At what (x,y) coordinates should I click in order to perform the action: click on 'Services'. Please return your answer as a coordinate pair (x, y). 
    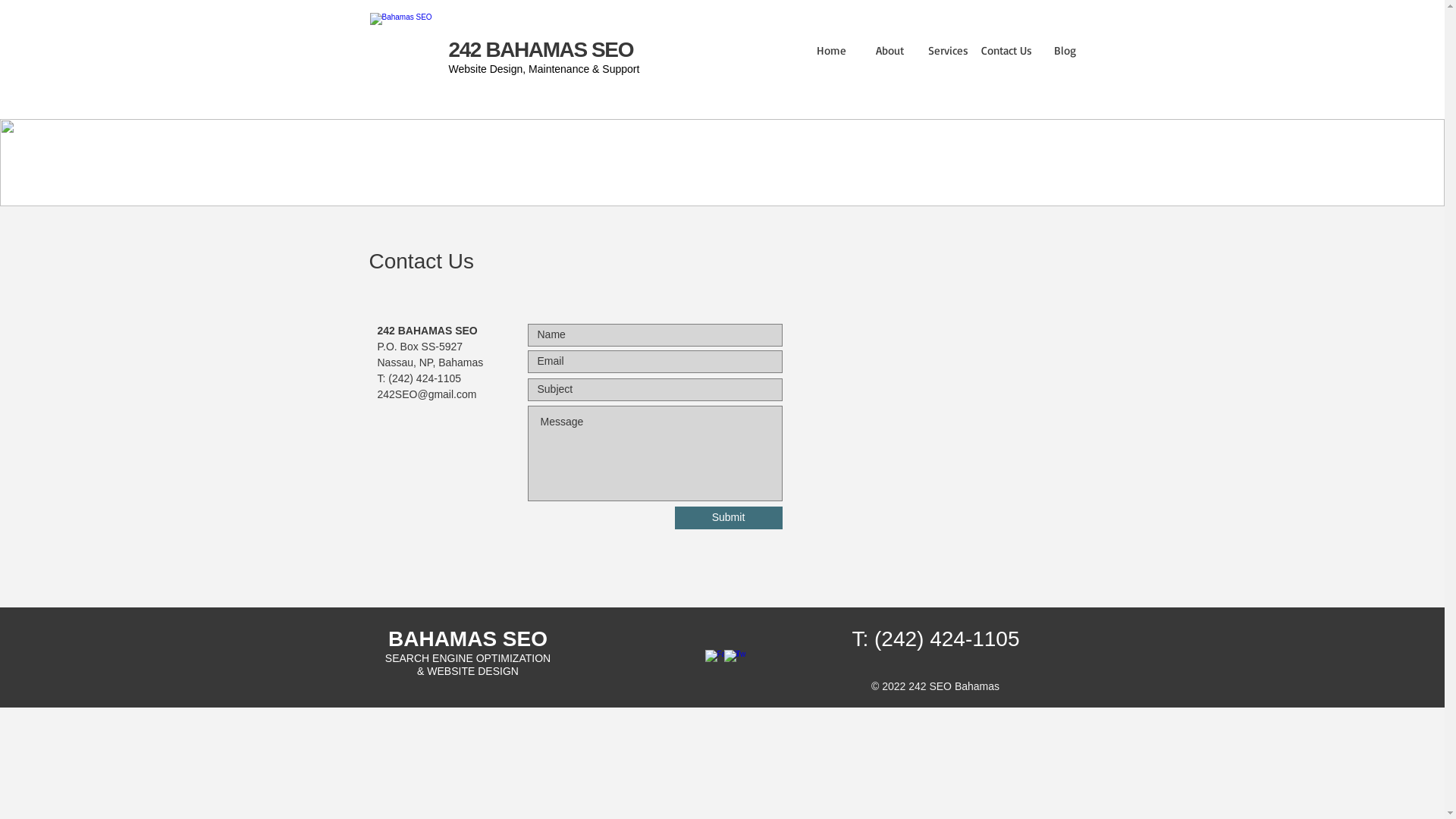
    Looking at the image, I should click on (946, 49).